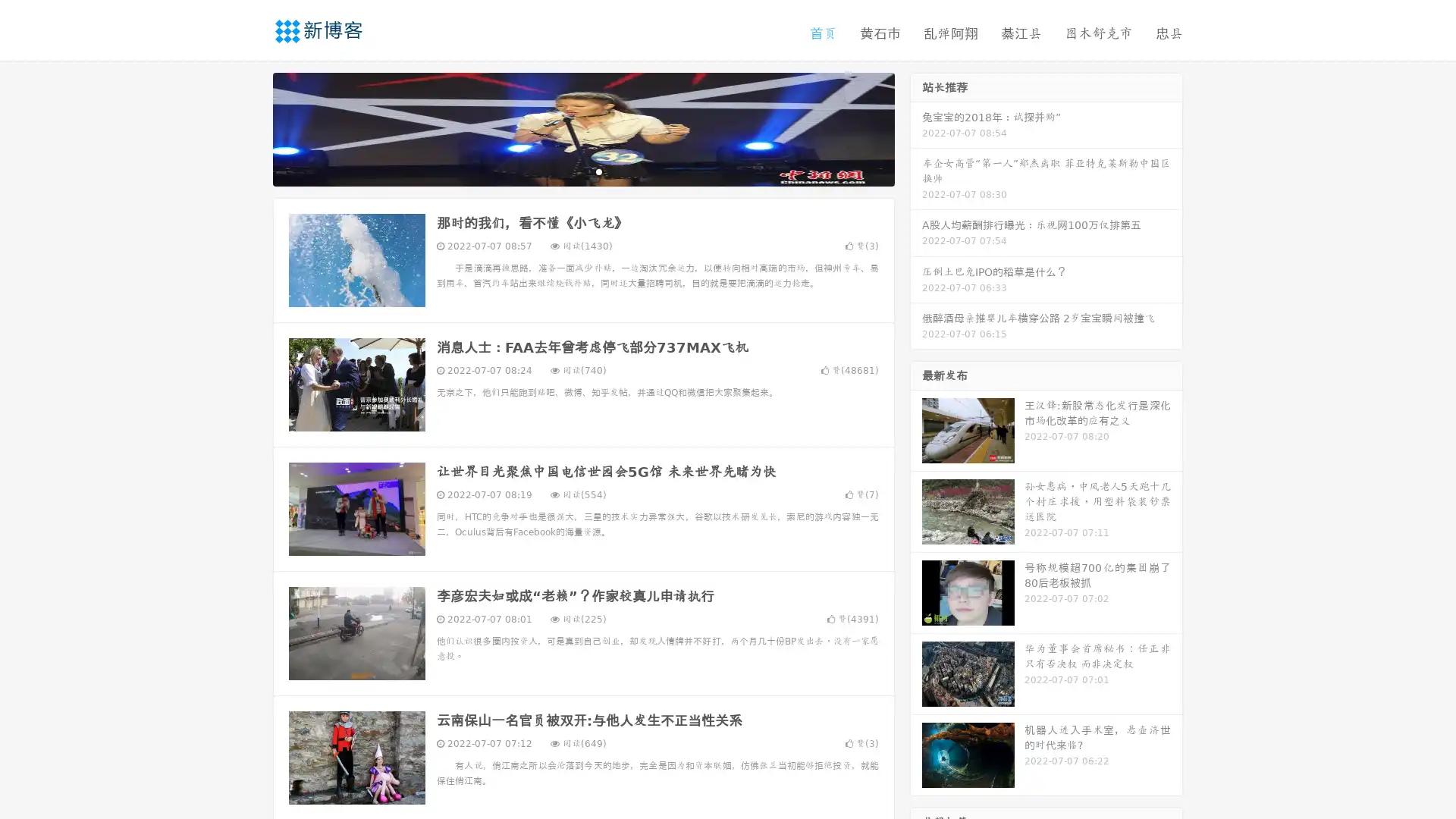 The width and height of the screenshot is (1456, 819). I want to click on Go to slide 1, so click(567, 171).